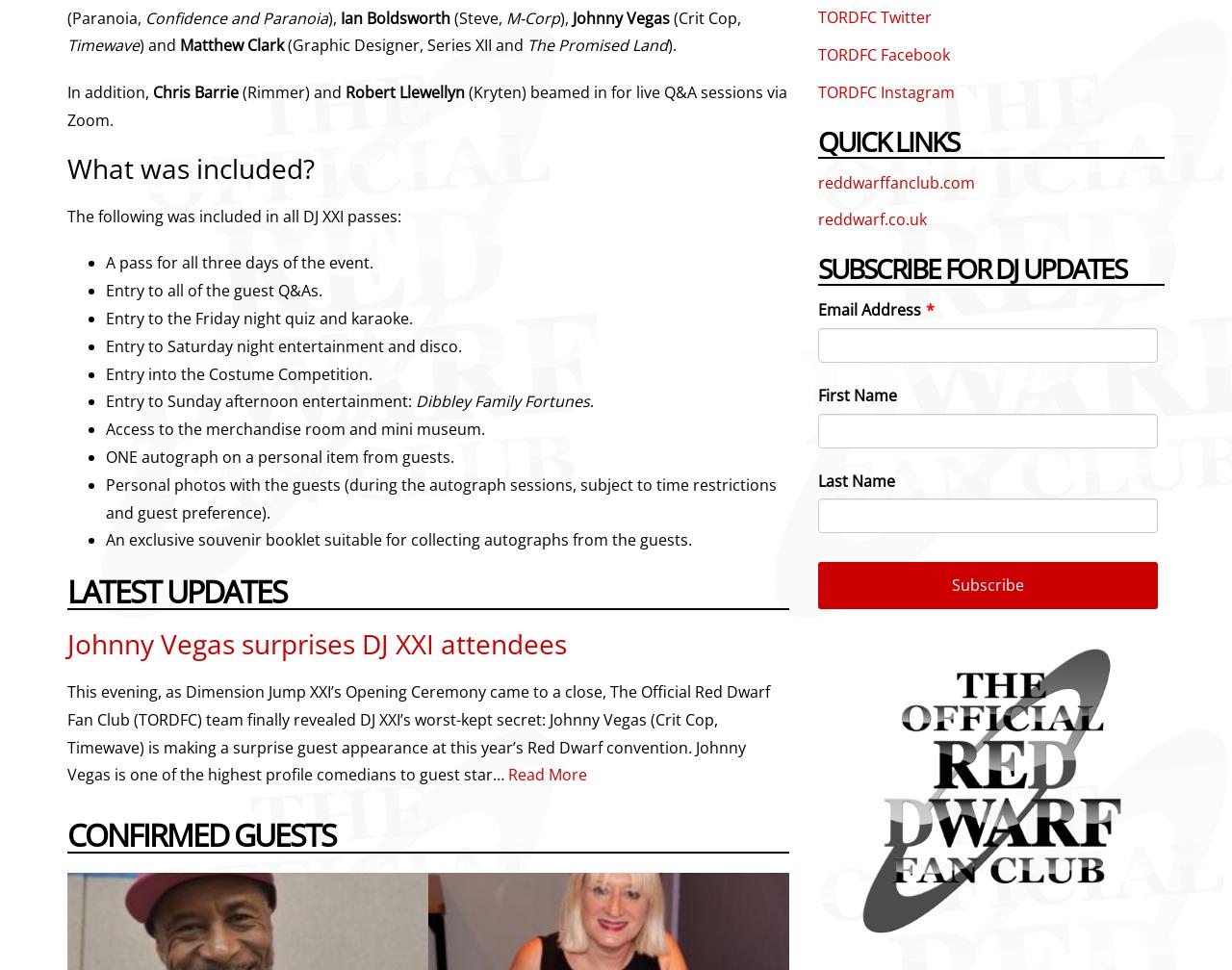  What do you see at coordinates (502, 401) in the screenshot?
I see `'Dibbley Family Fortunes'` at bounding box center [502, 401].